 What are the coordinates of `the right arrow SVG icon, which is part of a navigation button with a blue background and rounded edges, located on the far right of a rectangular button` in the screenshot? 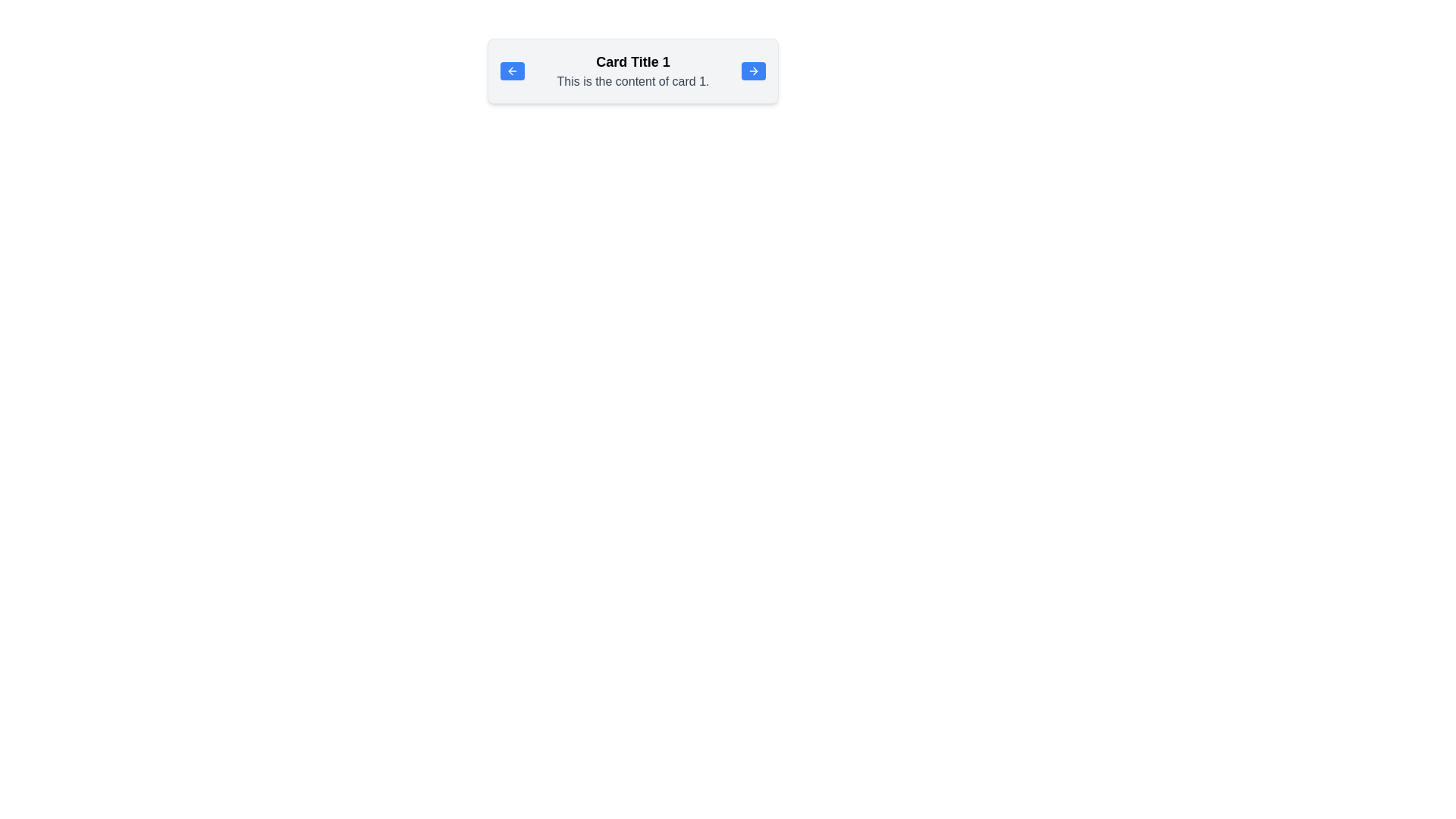 It's located at (753, 71).